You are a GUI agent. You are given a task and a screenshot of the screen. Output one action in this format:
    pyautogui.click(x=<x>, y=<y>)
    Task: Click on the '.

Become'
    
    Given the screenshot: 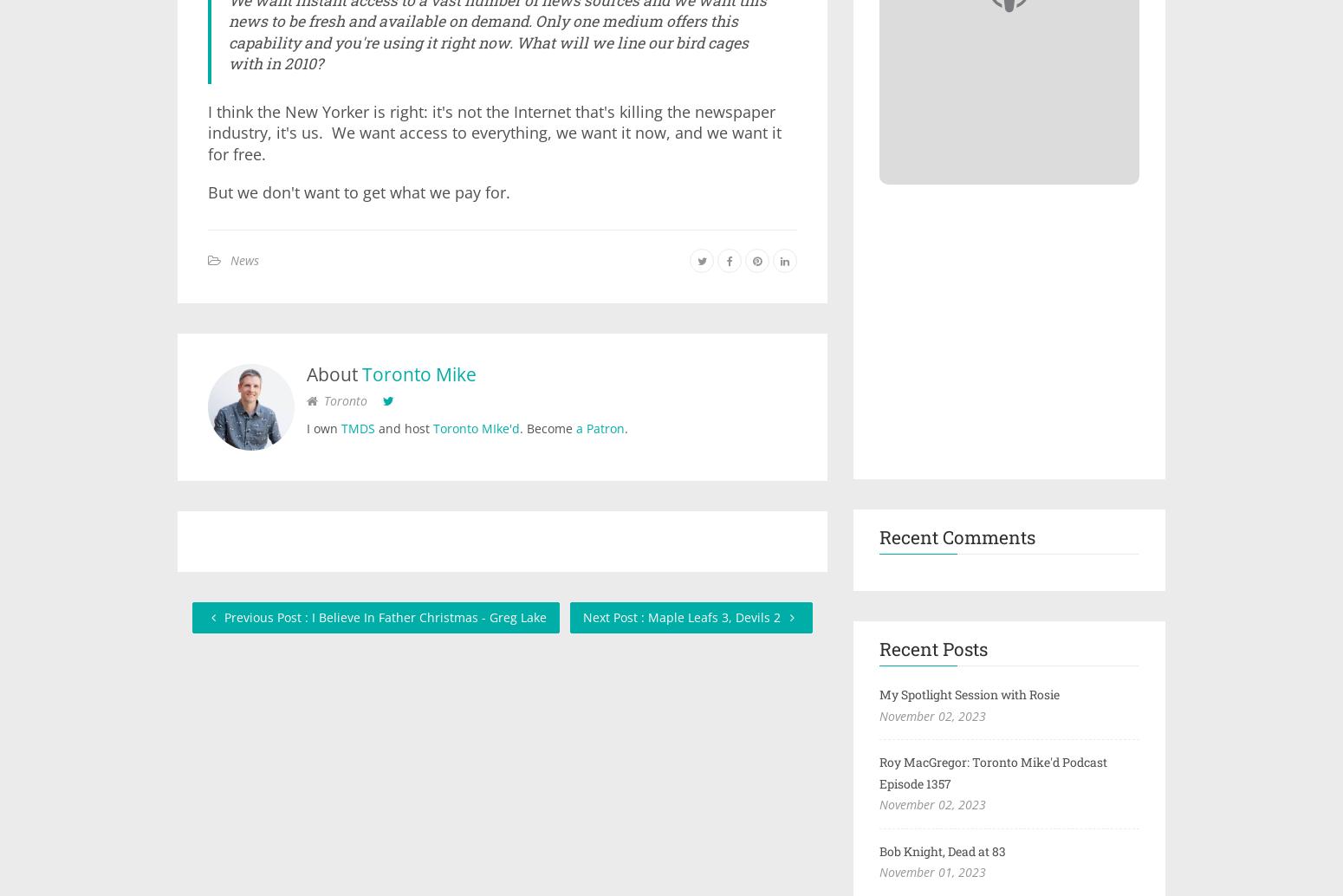 What is the action you would take?
    pyautogui.click(x=547, y=426)
    